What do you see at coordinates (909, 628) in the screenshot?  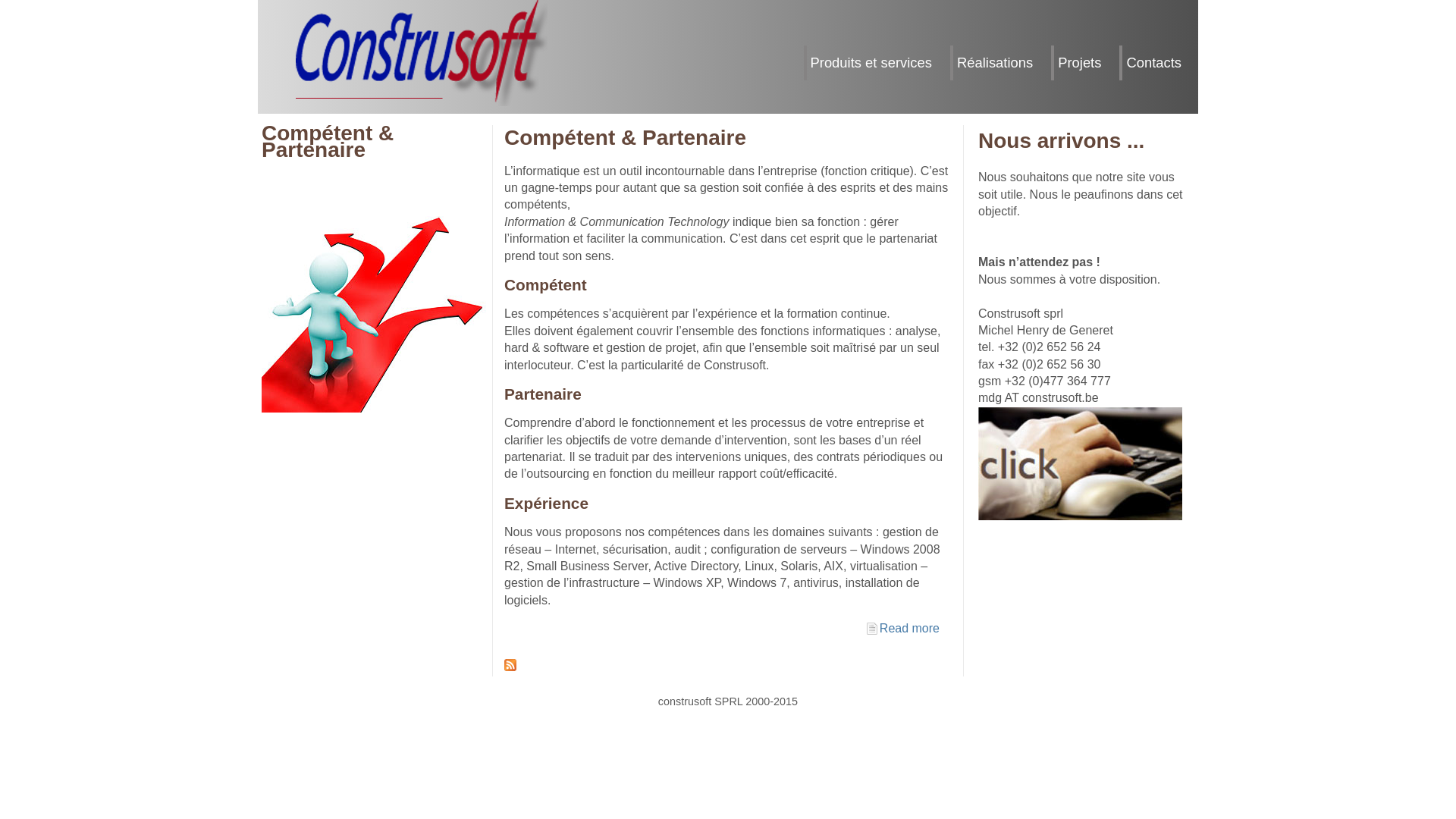 I see `'Read more'` at bounding box center [909, 628].